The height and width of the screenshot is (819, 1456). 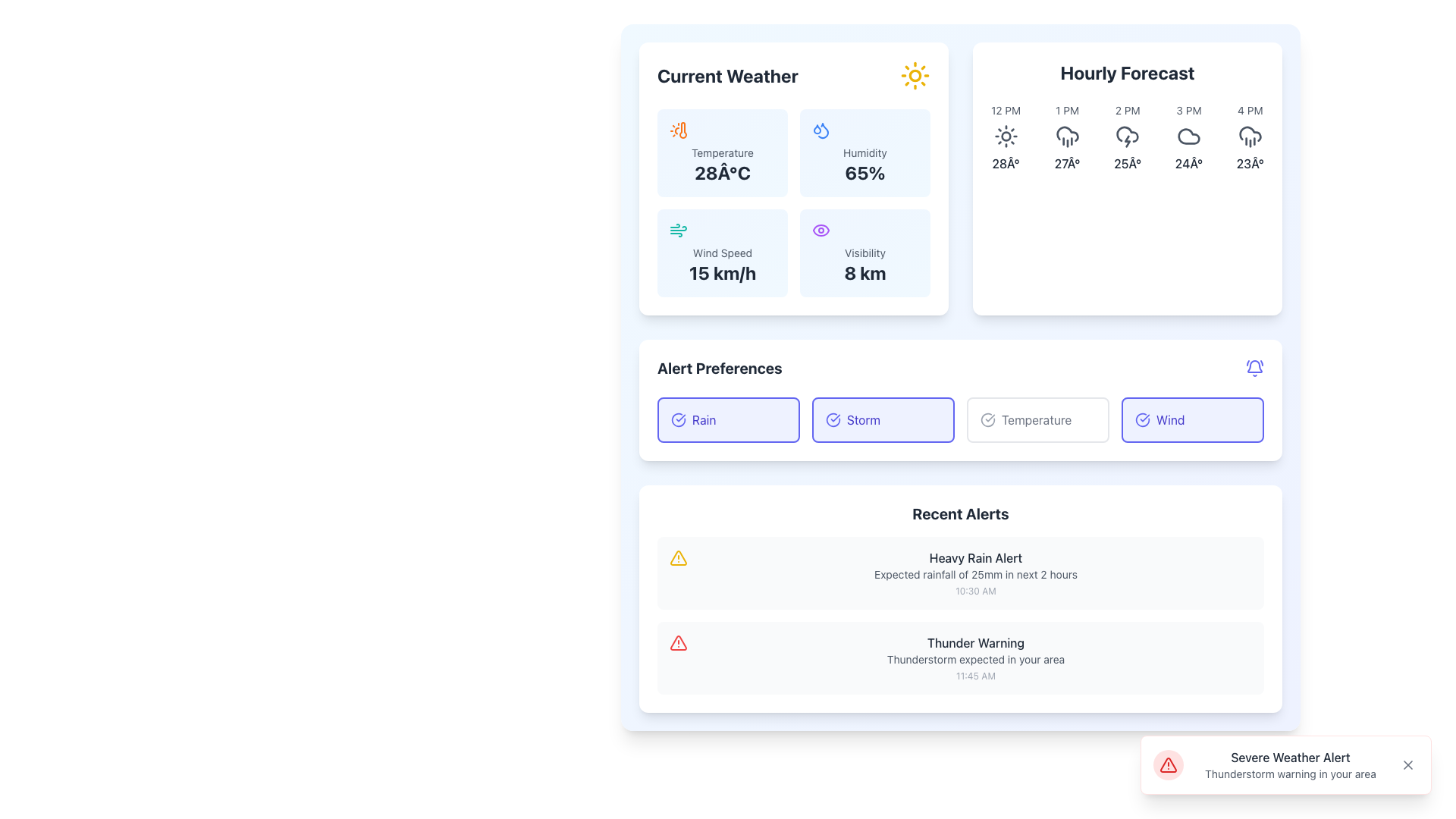 What do you see at coordinates (975, 675) in the screenshot?
I see `the Static Text displaying the timestamp '11:45 AM' for the 'Thunder Warning' alert located in the 'Recent Alerts' section` at bounding box center [975, 675].